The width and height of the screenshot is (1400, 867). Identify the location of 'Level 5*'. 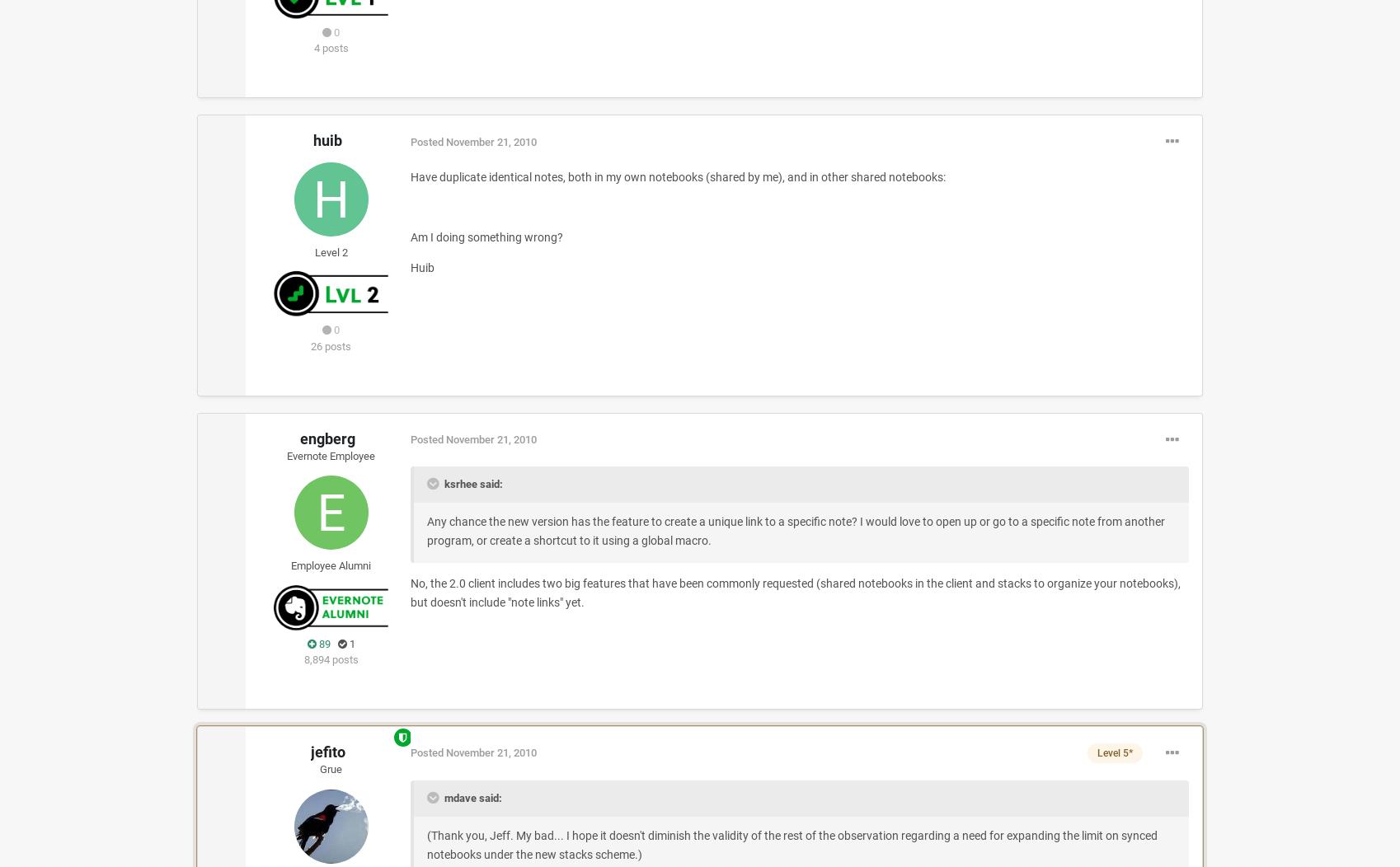
(1114, 752).